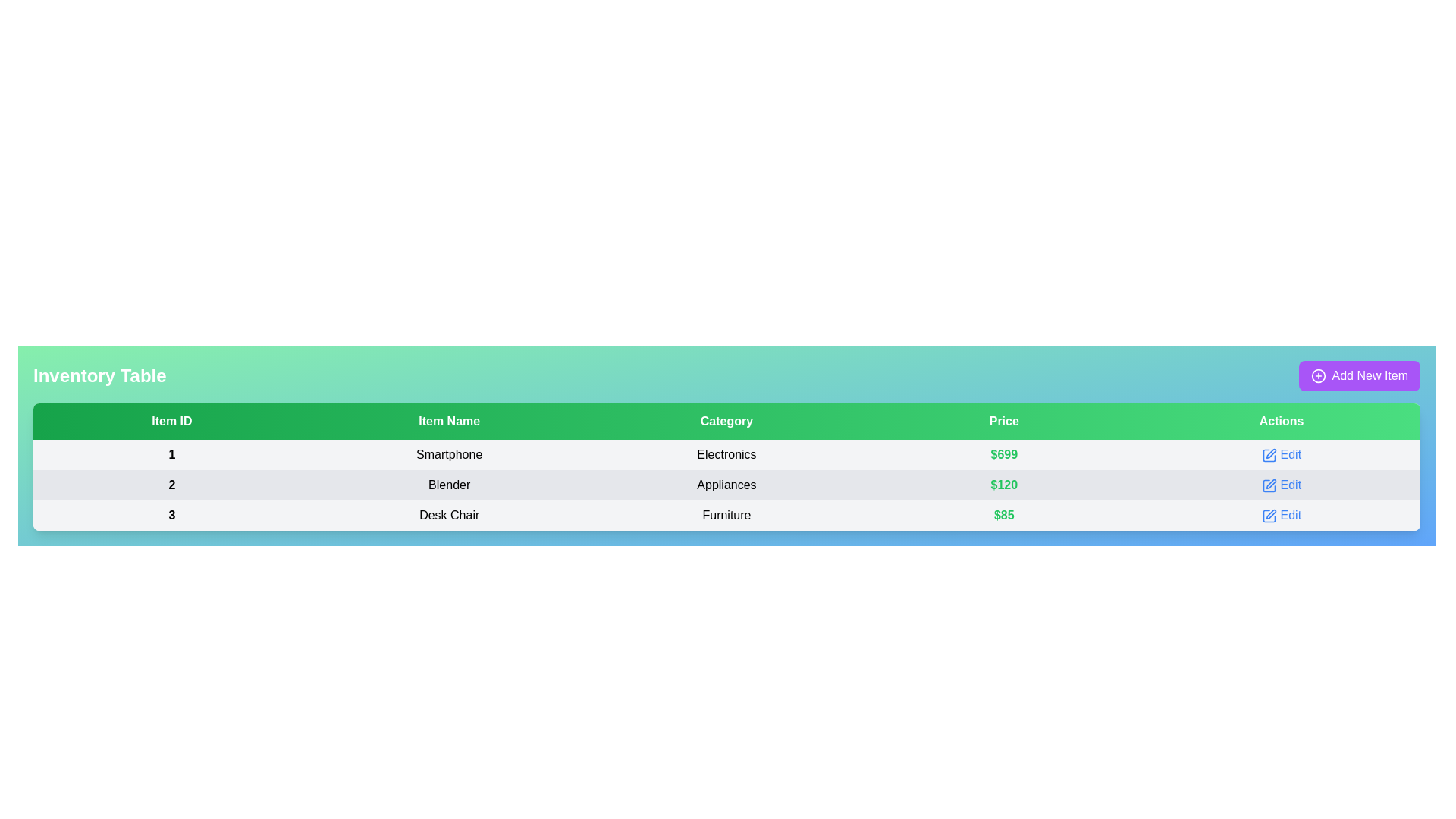  What do you see at coordinates (1281, 485) in the screenshot?
I see `the 'Edit' button for the item 'Blender' in the Actions column of the table, which features blue text and a pen icon` at bounding box center [1281, 485].